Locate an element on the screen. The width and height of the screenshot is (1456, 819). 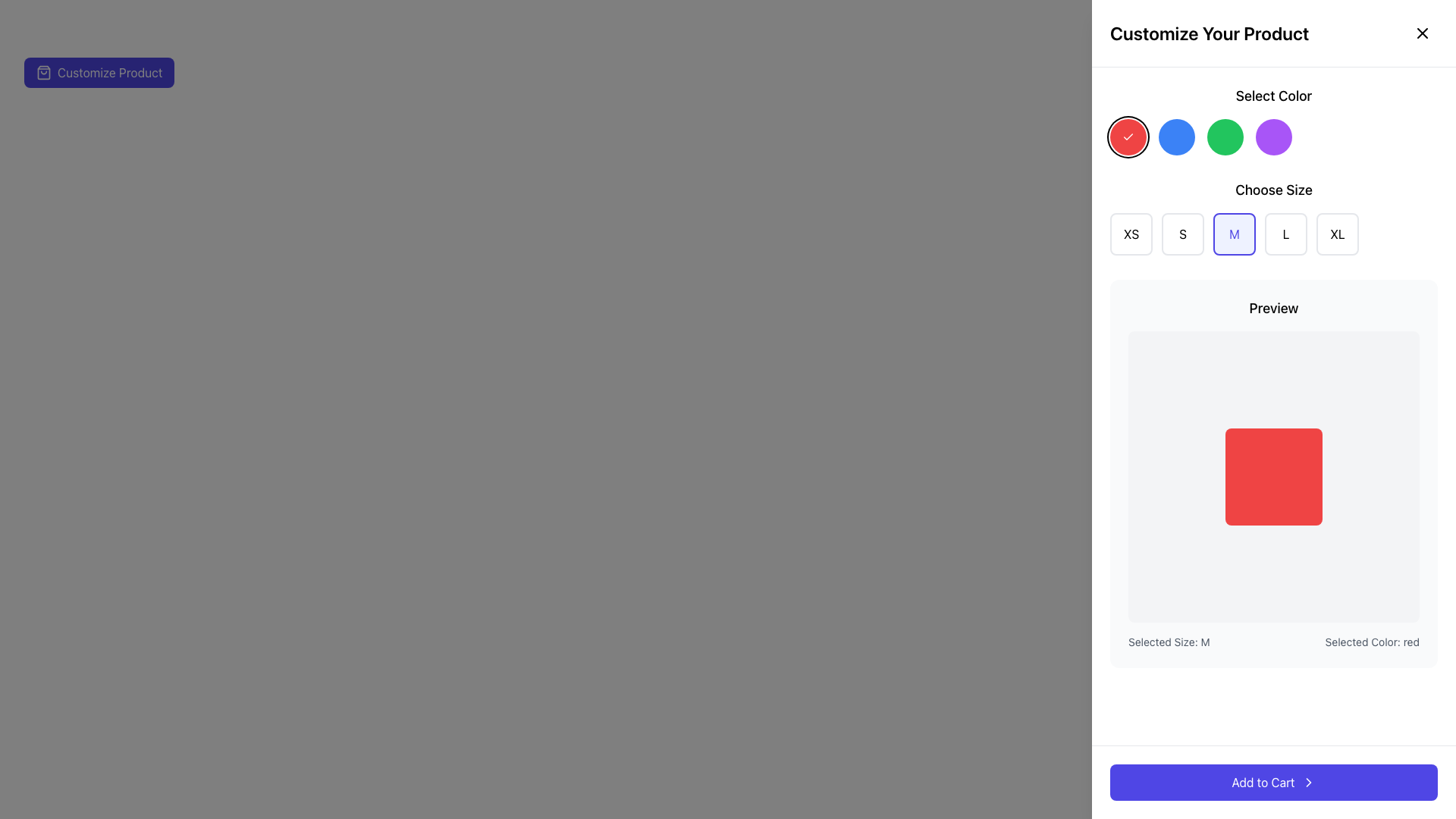
the circular red button with a white checkmark icon is located at coordinates (1128, 137).